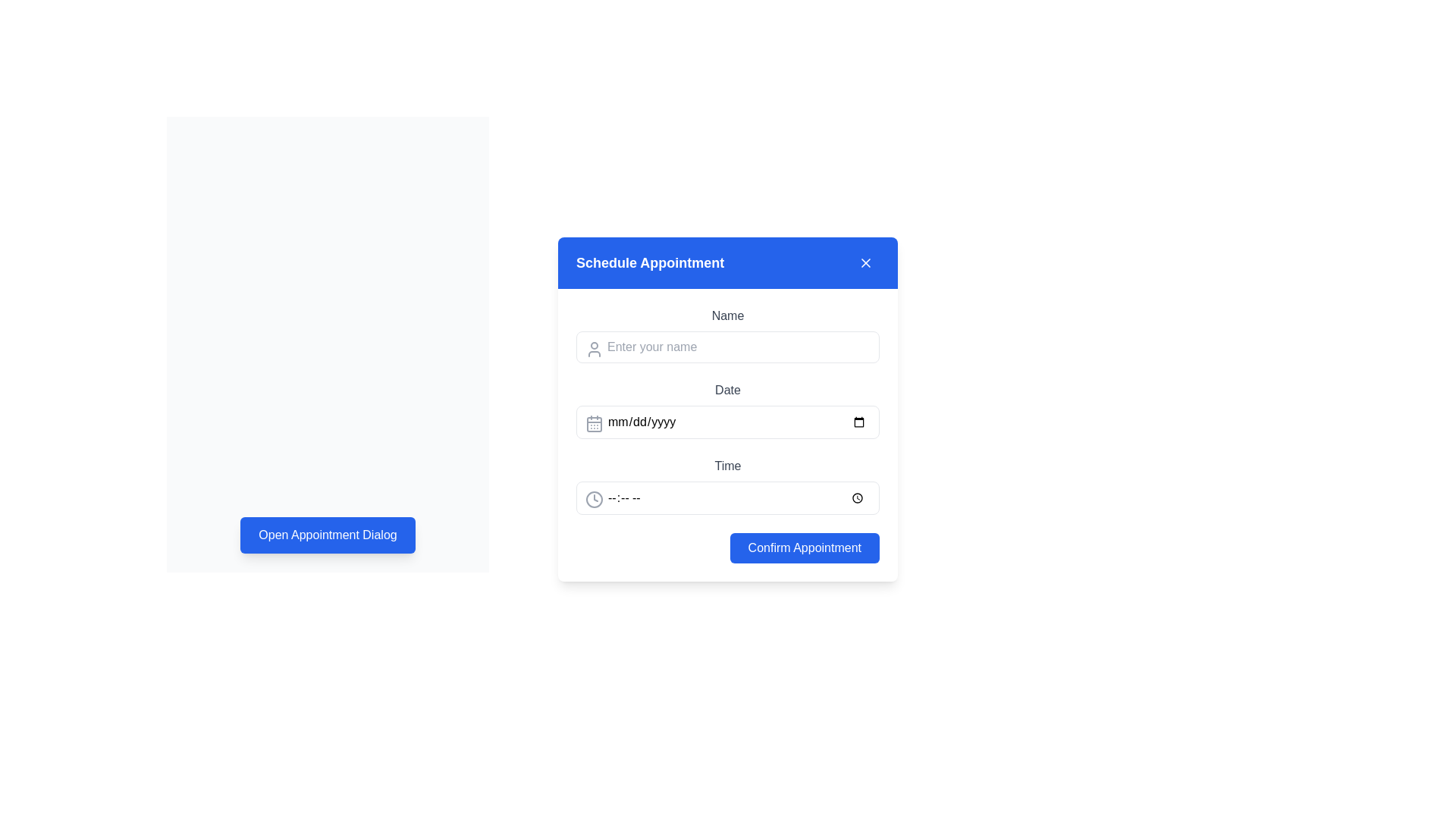  What do you see at coordinates (866, 262) in the screenshot?
I see `the close button located in the top-right corner of the blue header section of the modal dialog, adjacent to the text 'Schedule Appointment', to trigger any hover effects` at bounding box center [866, 262].